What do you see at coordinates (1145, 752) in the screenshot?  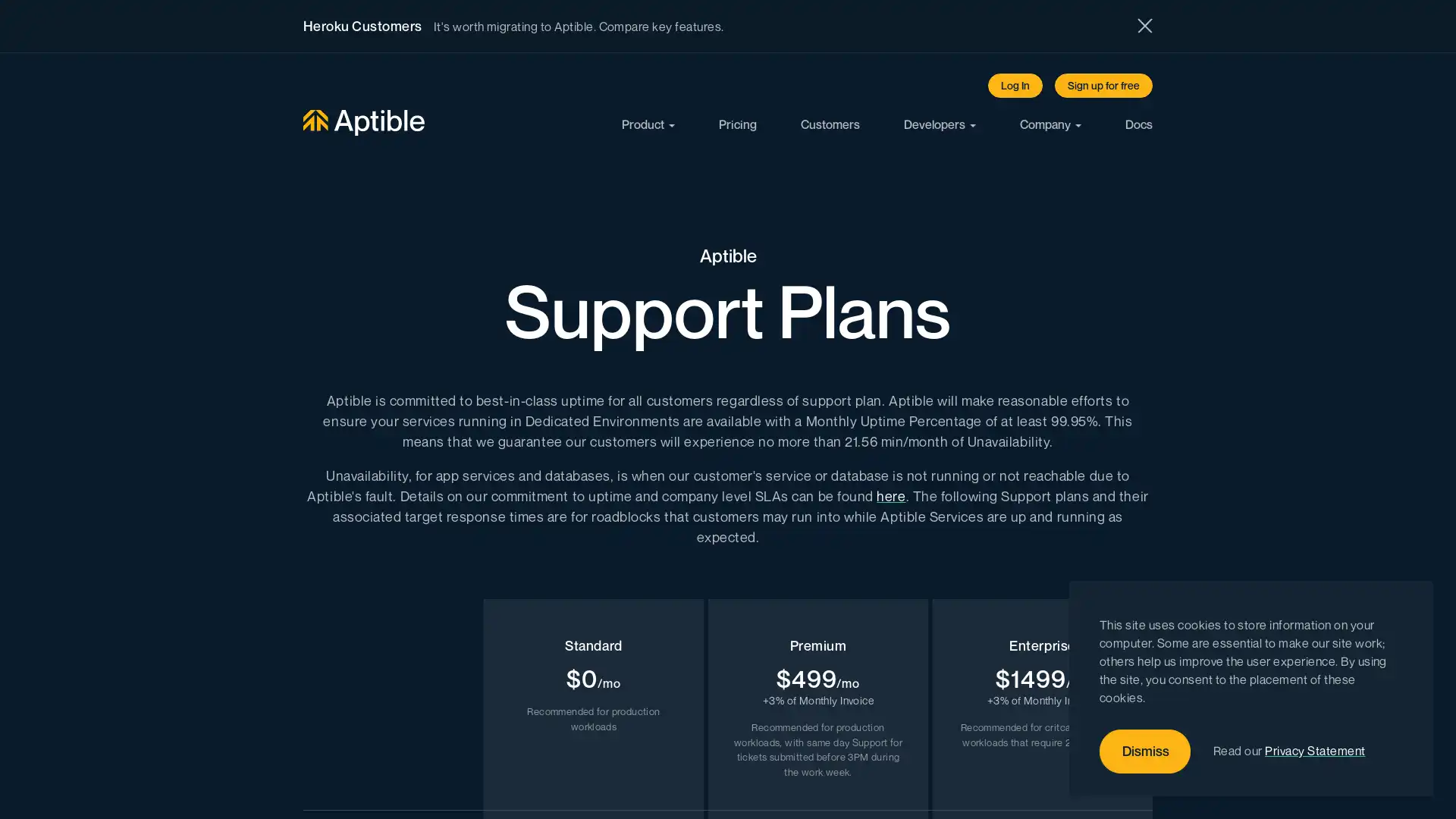 I see `Dismiss` at bounding box center [1145, 752].